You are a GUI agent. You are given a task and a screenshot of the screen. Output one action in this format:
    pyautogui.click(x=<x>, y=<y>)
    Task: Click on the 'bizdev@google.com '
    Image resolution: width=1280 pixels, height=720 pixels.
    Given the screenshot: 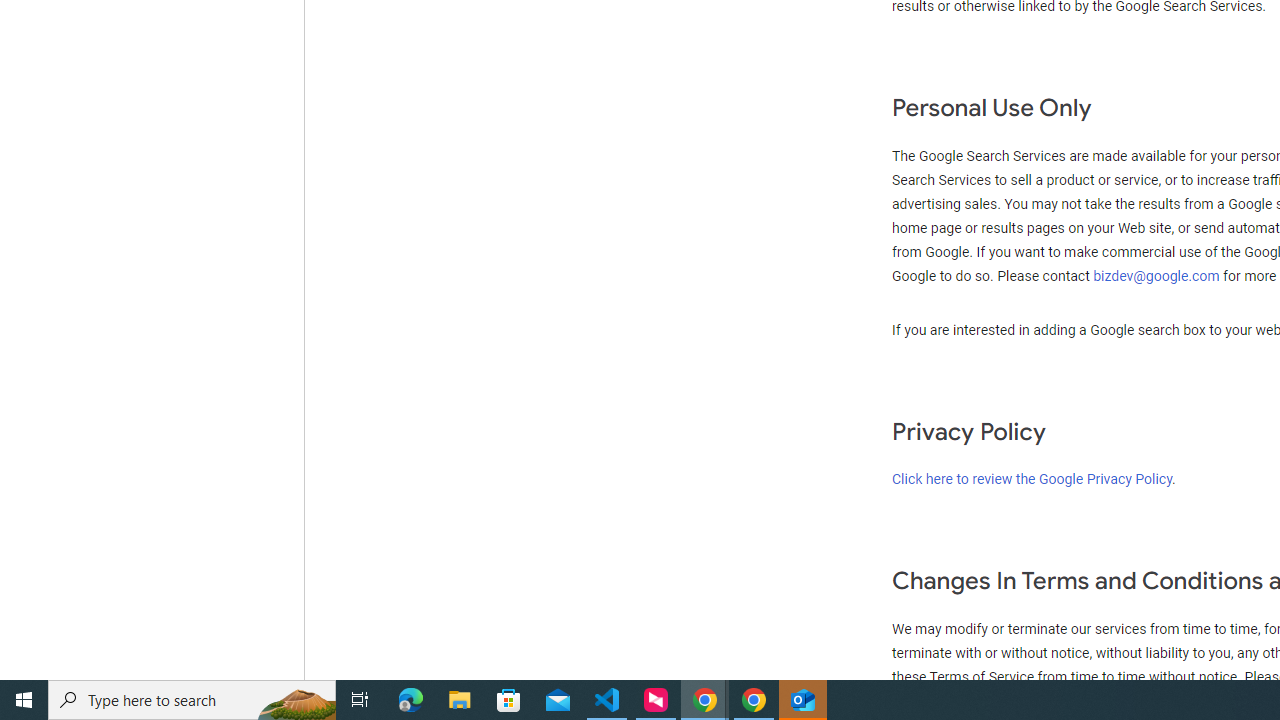 What is the action you would take?
    pyautogui.click(x=1158, y=276)
    